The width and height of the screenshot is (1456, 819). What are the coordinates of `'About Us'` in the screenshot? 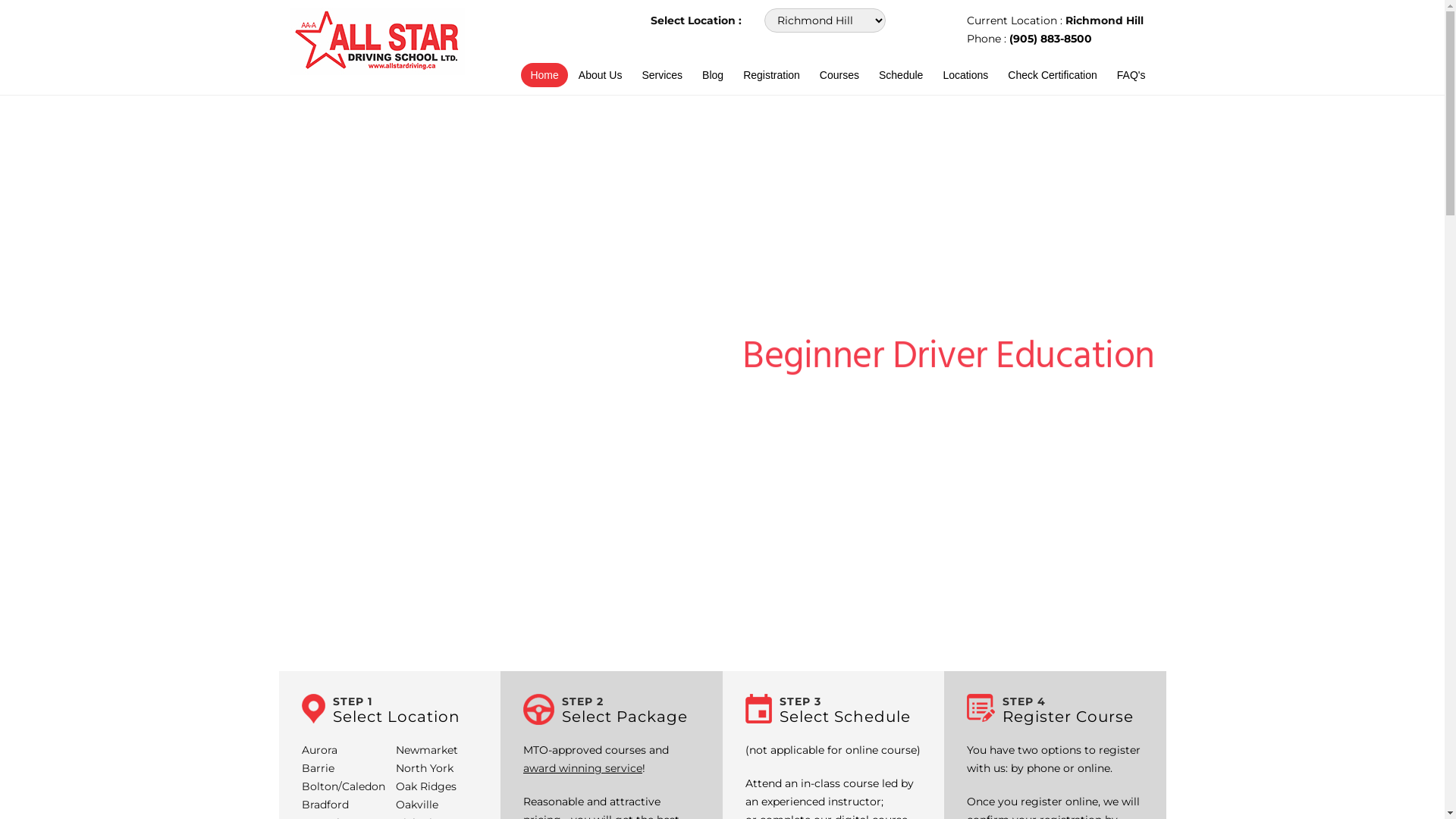 It's located at (600, 75).